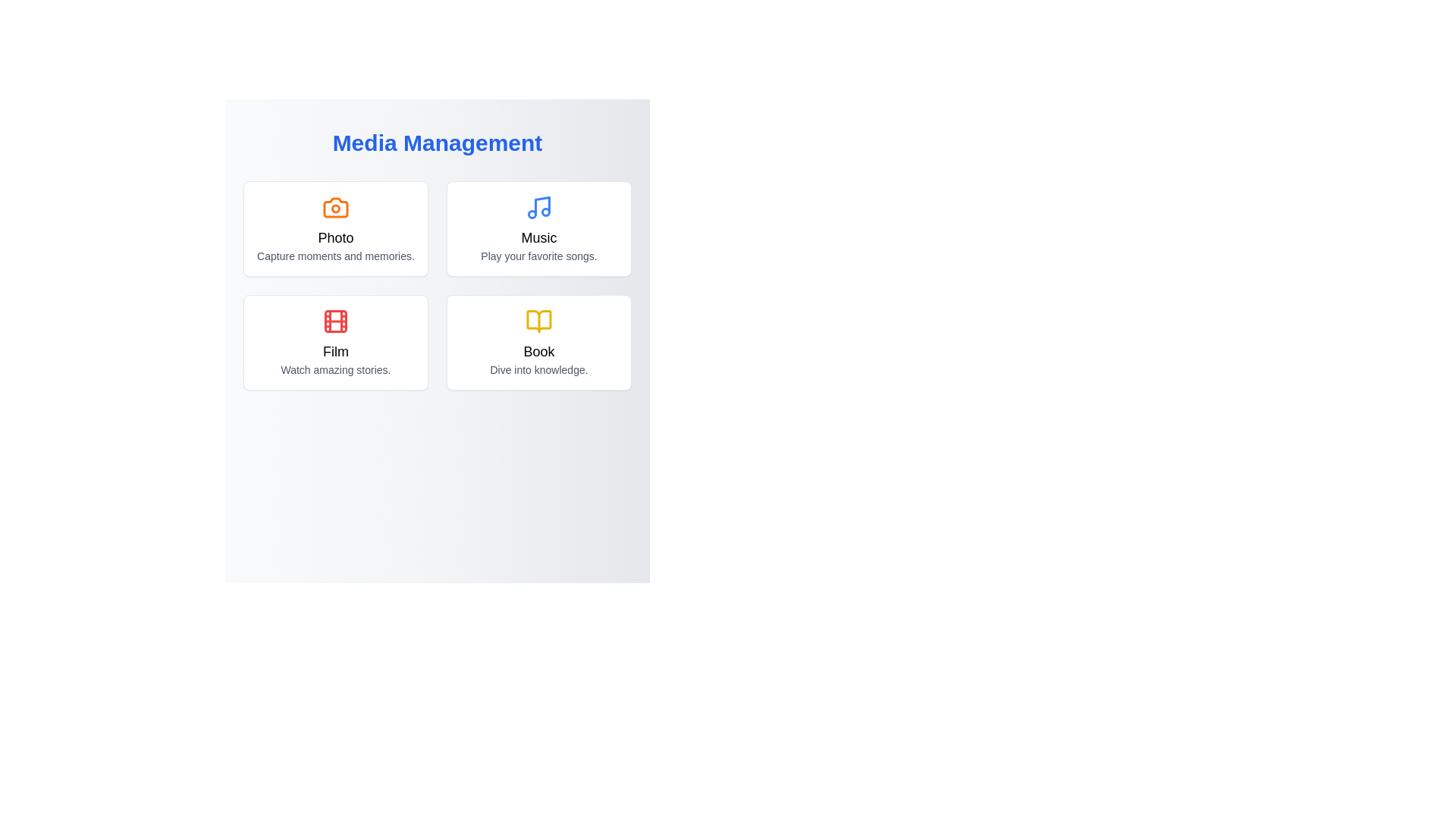 The image size is (1456, 819). What do you see at coordinates (334, 228) in the screenshot?
I see `the 'Photo' navigation card located in the top-left of the grid layout` at bounding box center [334, 228].